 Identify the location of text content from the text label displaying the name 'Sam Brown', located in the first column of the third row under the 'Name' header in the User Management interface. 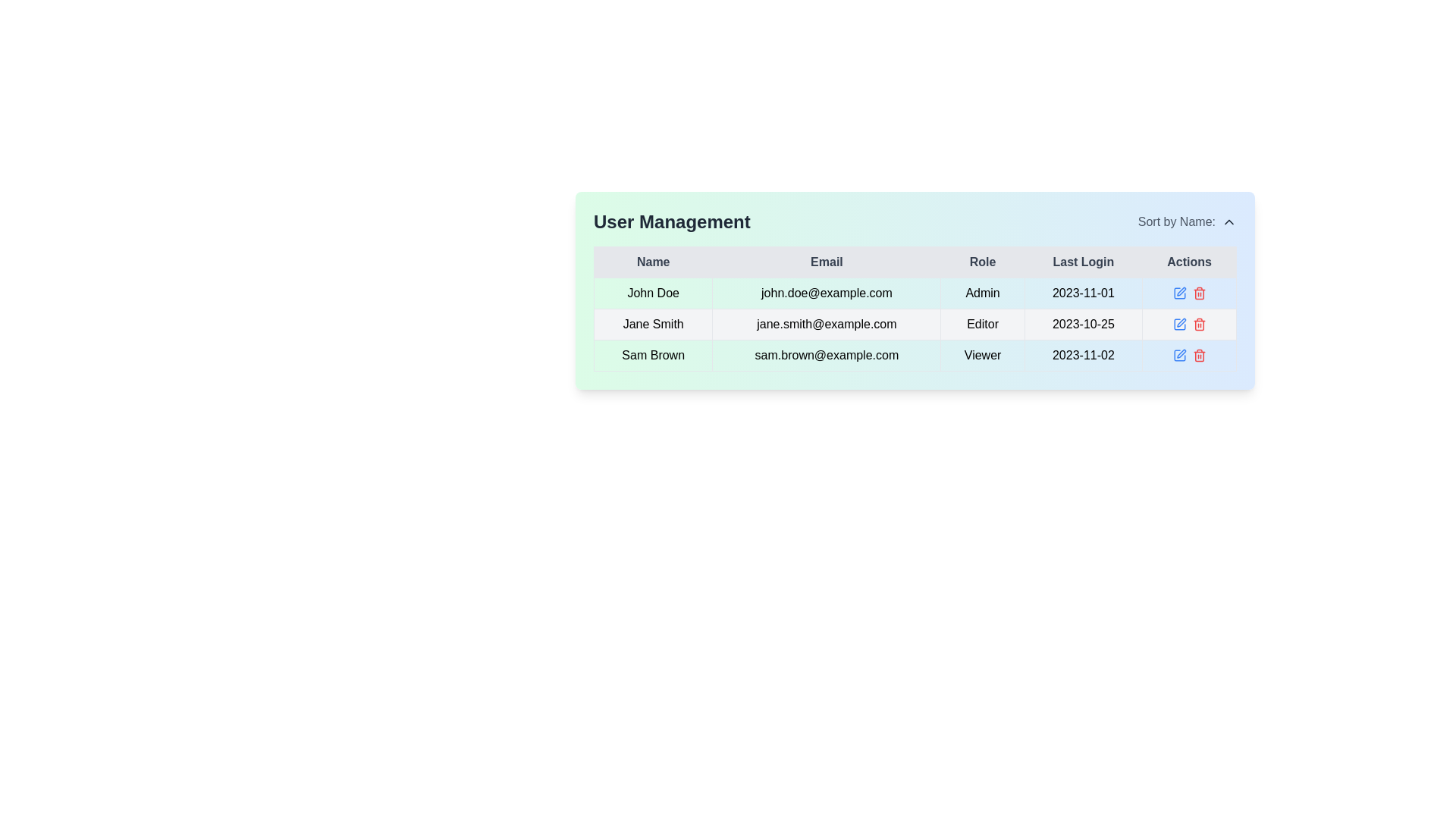
(653, 356).